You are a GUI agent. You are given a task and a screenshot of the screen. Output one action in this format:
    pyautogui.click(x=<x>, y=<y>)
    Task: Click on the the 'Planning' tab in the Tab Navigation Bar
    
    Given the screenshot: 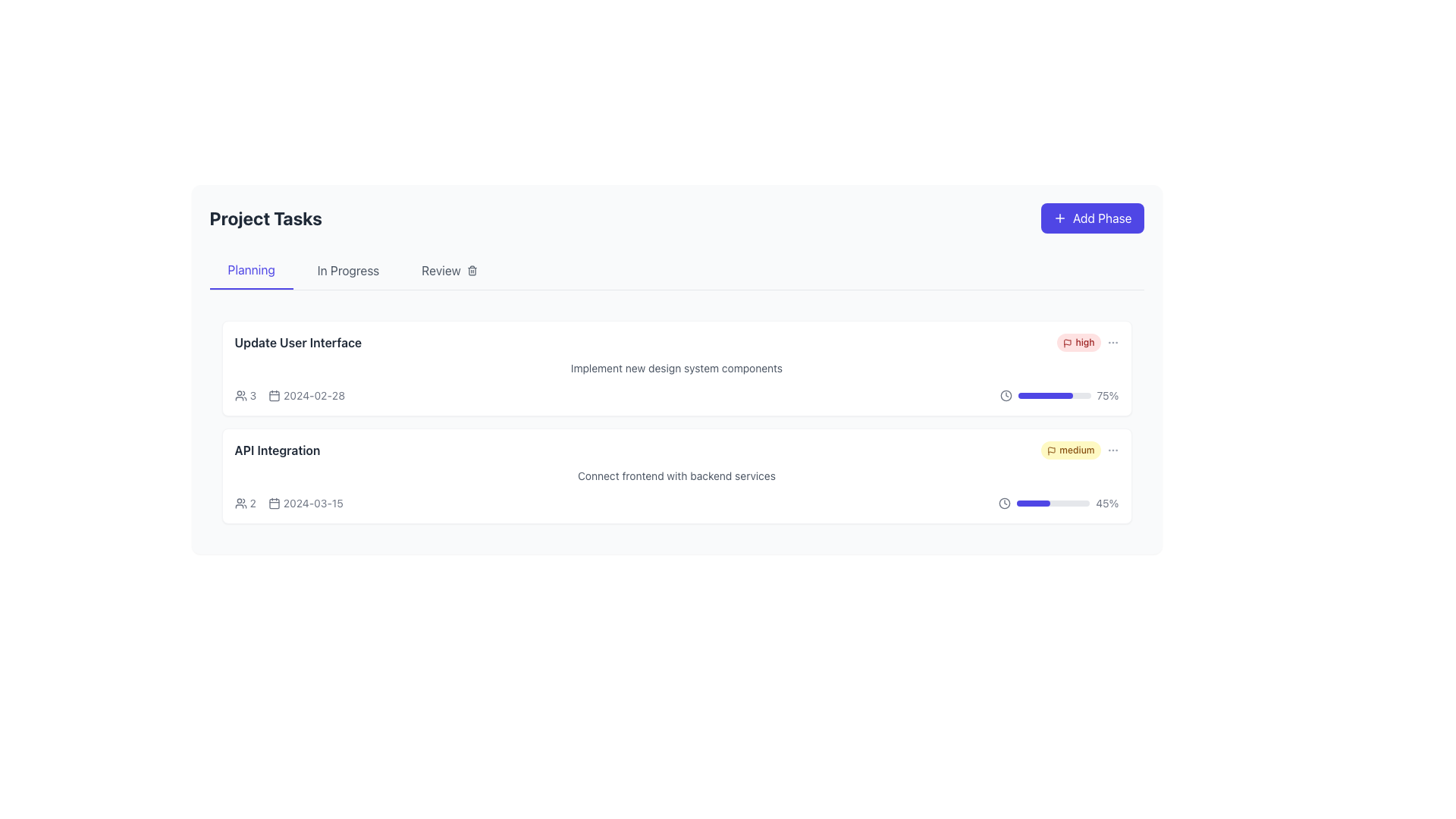 What is the action you would take?
    pyautogui.click(x=676, y=270)
    